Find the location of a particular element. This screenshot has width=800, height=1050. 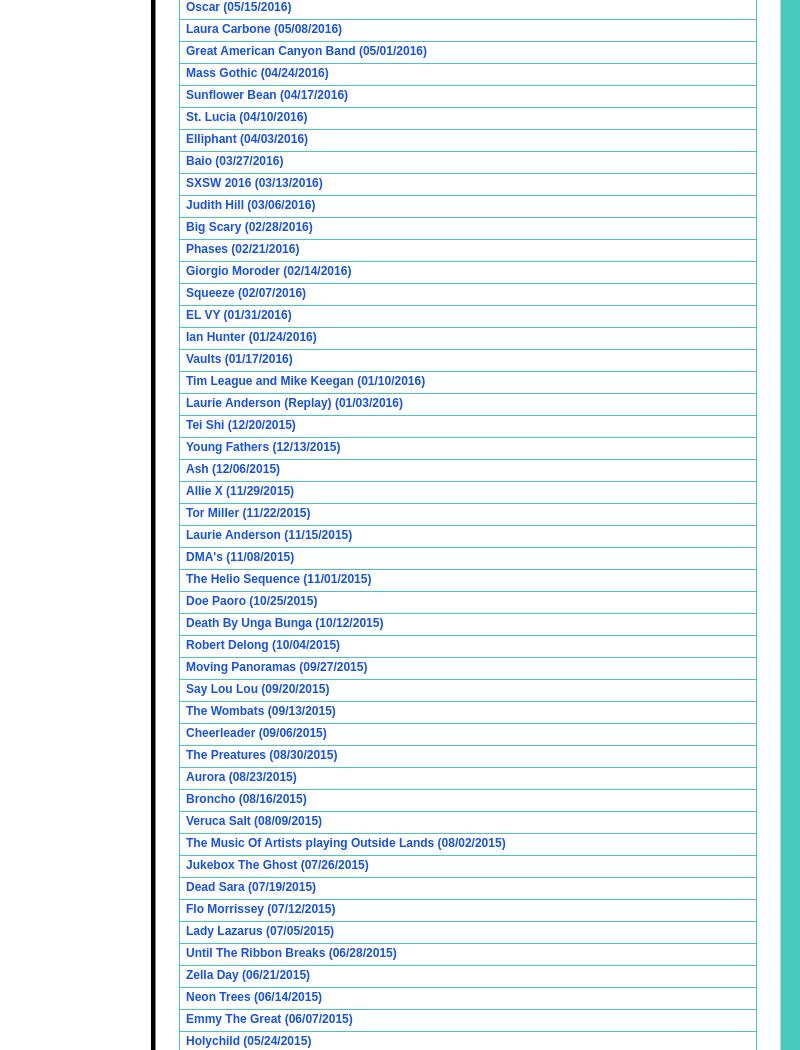

'Giorgio Moroder (02/14/2016)' is located at coordinates (268, 270).